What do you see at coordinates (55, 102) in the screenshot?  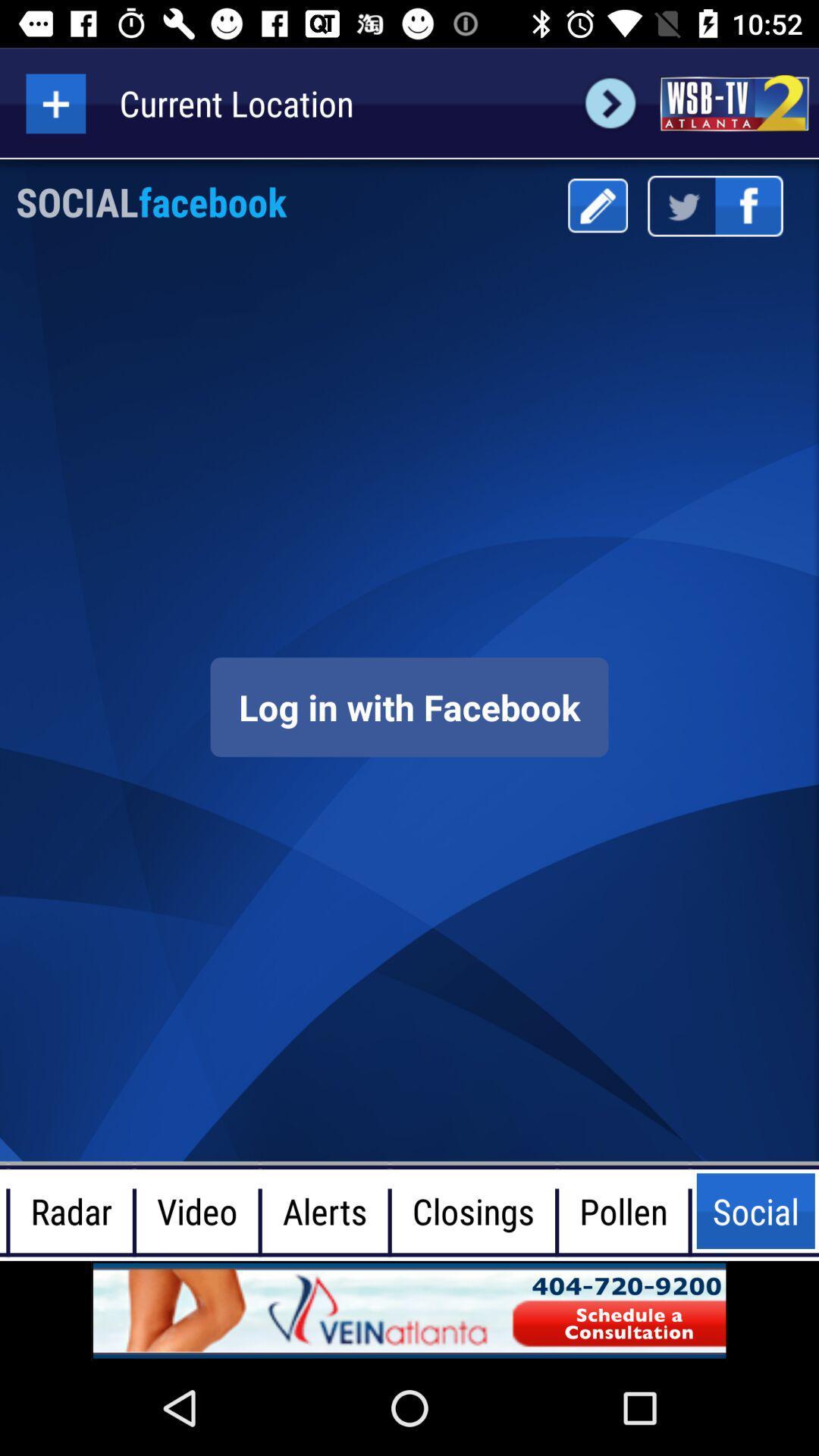 I see `a location` at bounding box center [55, 102].